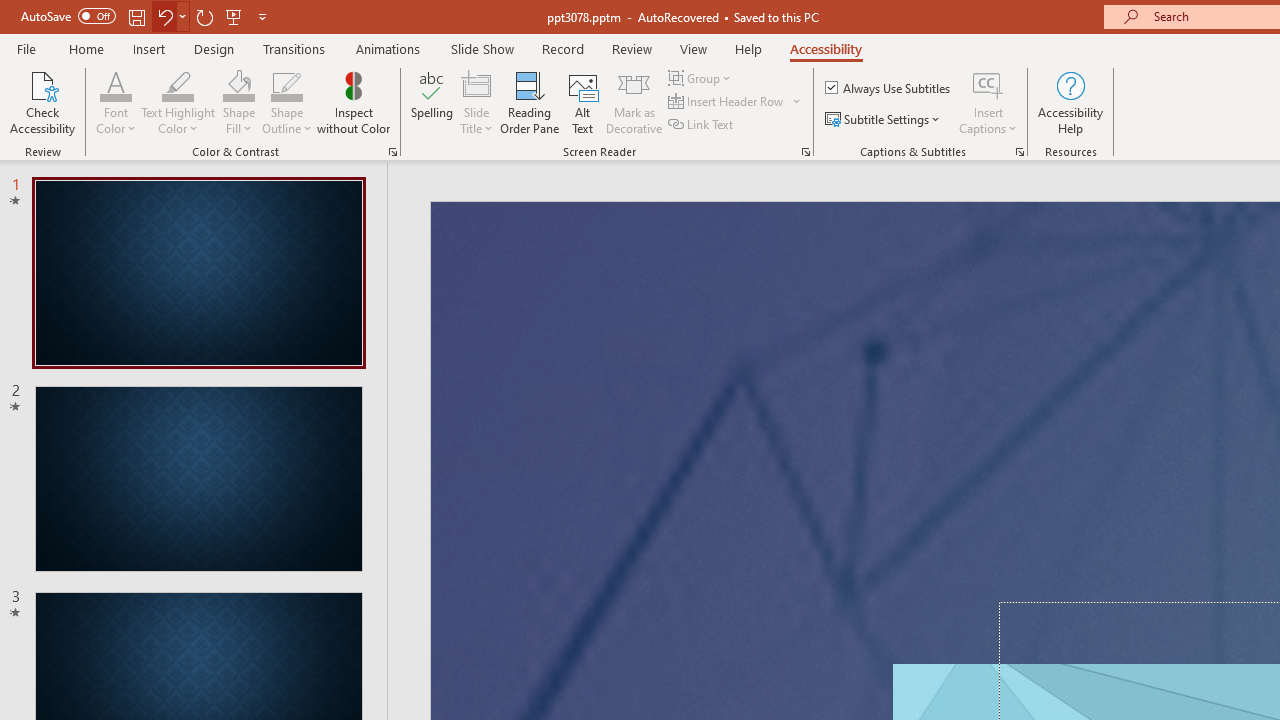 This screenshot has height=720, width=1280. What do you see at coordinates (702, 124) in the screenshot?
I see `'Link Text'` at bounding box center [702, 124].